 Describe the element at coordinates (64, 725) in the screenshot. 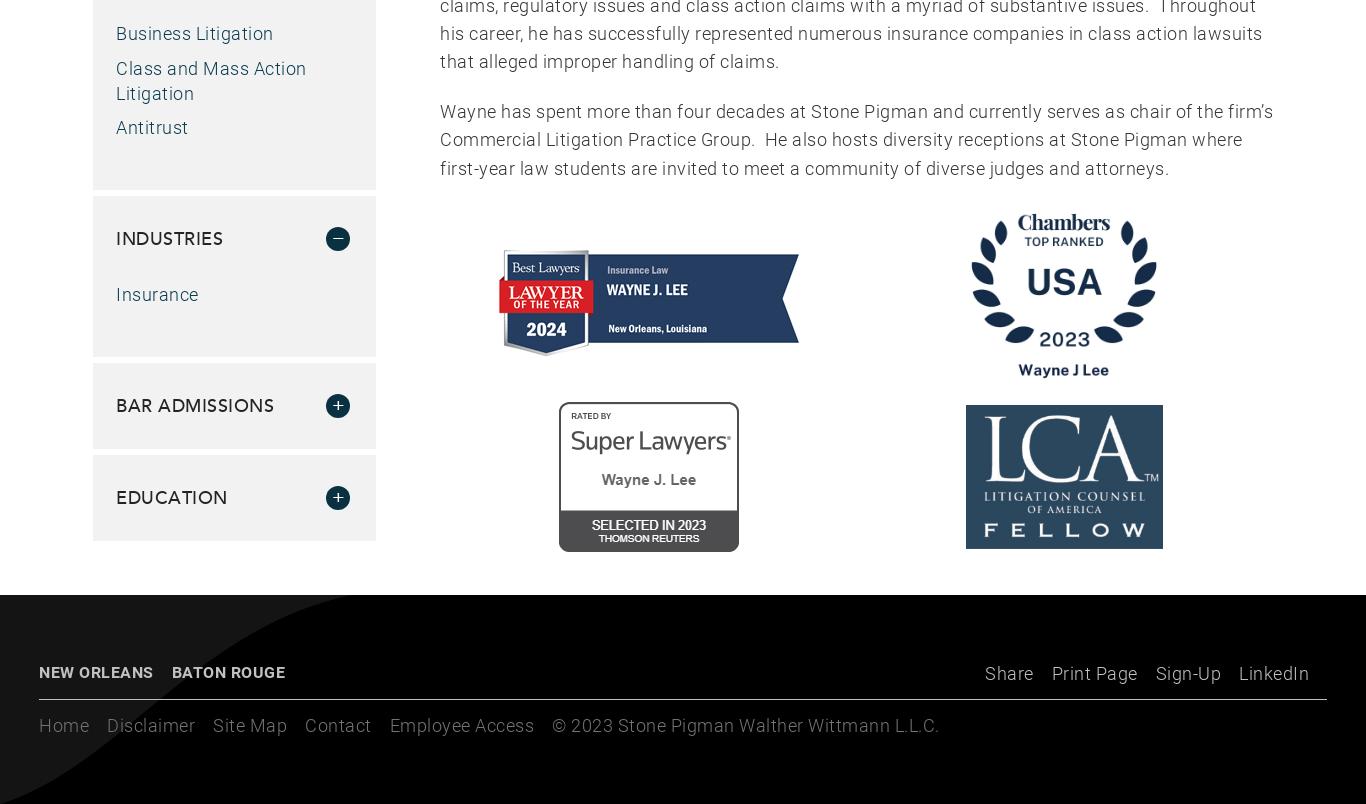

I see `'Home'` at that location.